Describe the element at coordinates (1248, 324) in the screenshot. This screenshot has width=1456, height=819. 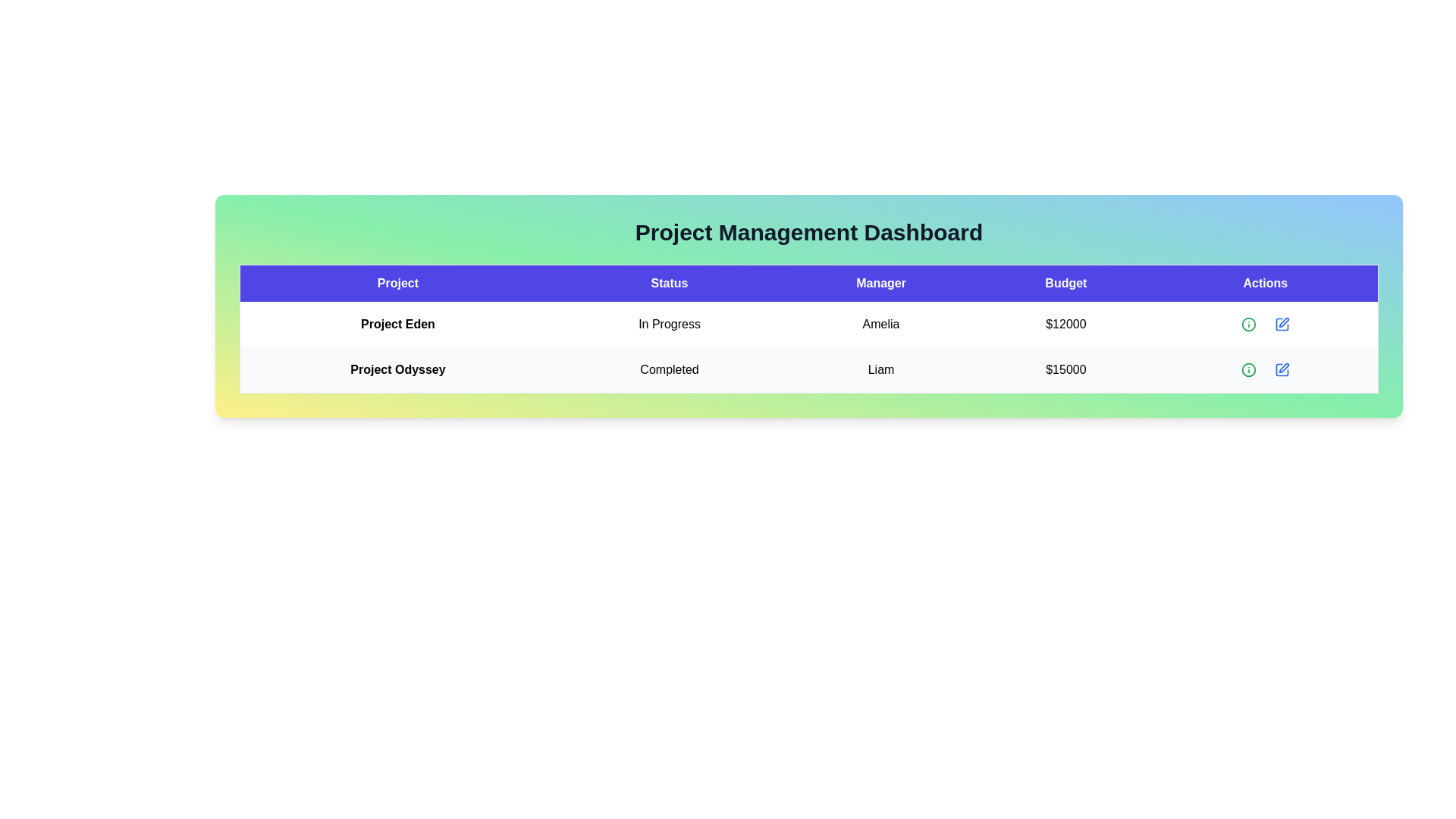
I see `the informational icon button located in the 'Actions' column of the table row for 'Project Eden'` at that location.